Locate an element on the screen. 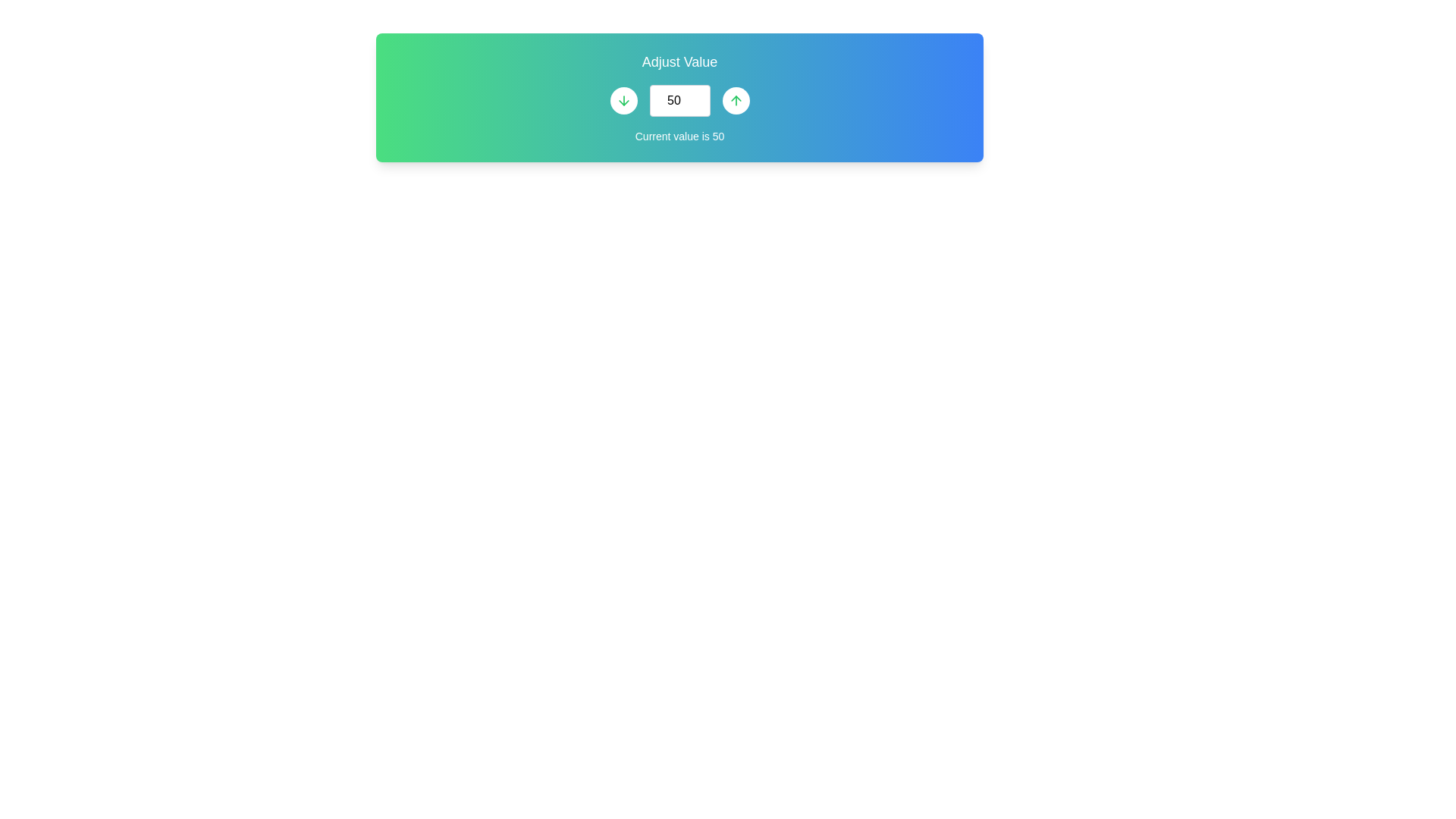 This screenshot has height=819, width=1456. the centrally positioned numeric input field to focus on it, which is located between two circular buttons in a horizontally-oriented, gradient-colored box with rounded corners is located at coordinates (679, 100).